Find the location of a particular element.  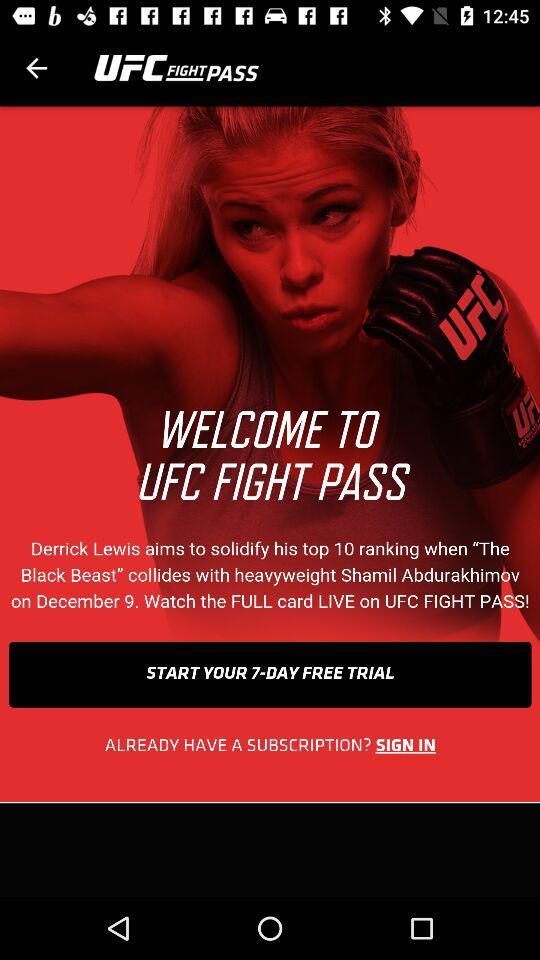

go back is located at coordinates (36, 68).